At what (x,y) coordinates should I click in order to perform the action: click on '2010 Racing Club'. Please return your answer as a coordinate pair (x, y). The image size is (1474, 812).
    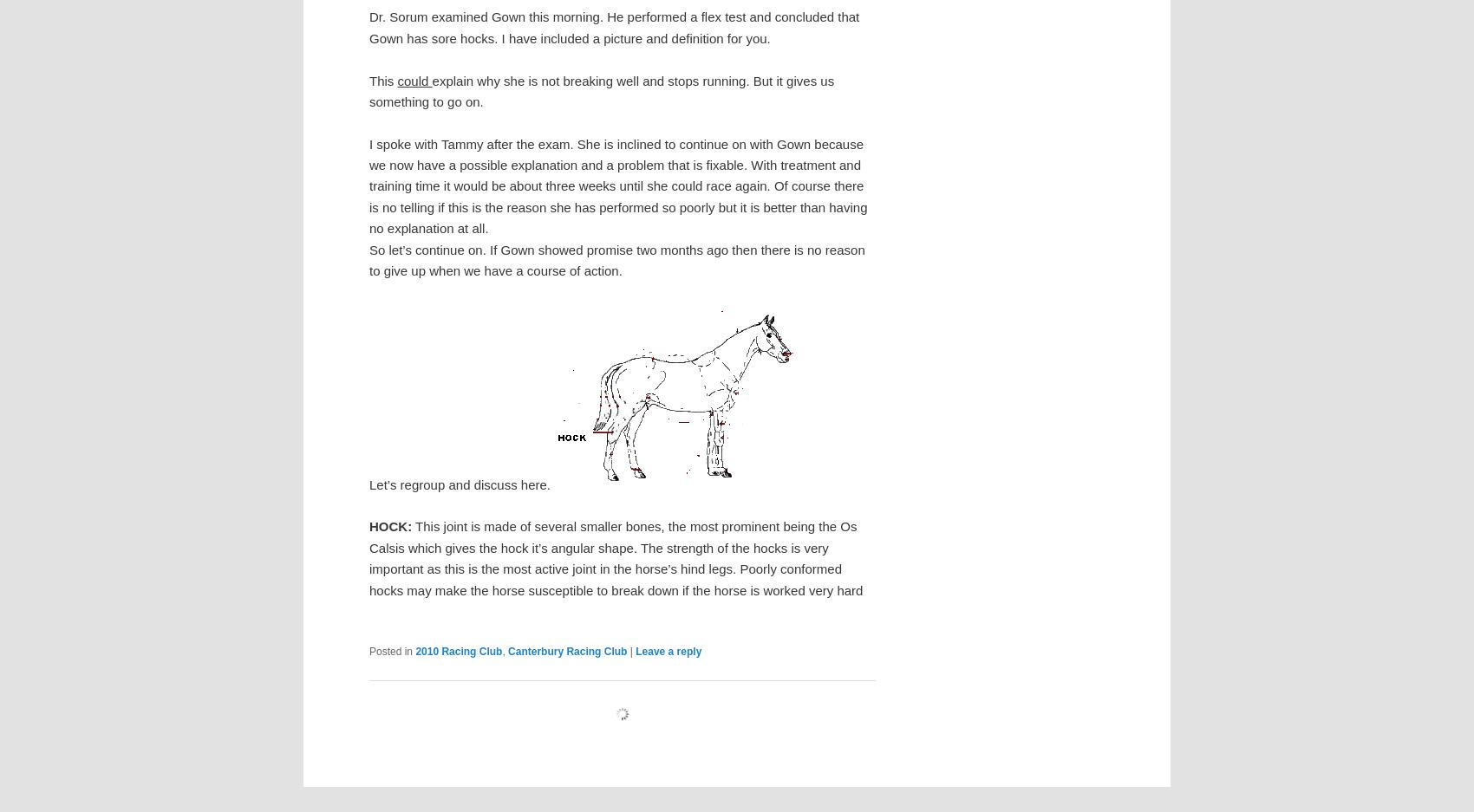
    Looking at the image, I should click on (415, 650).